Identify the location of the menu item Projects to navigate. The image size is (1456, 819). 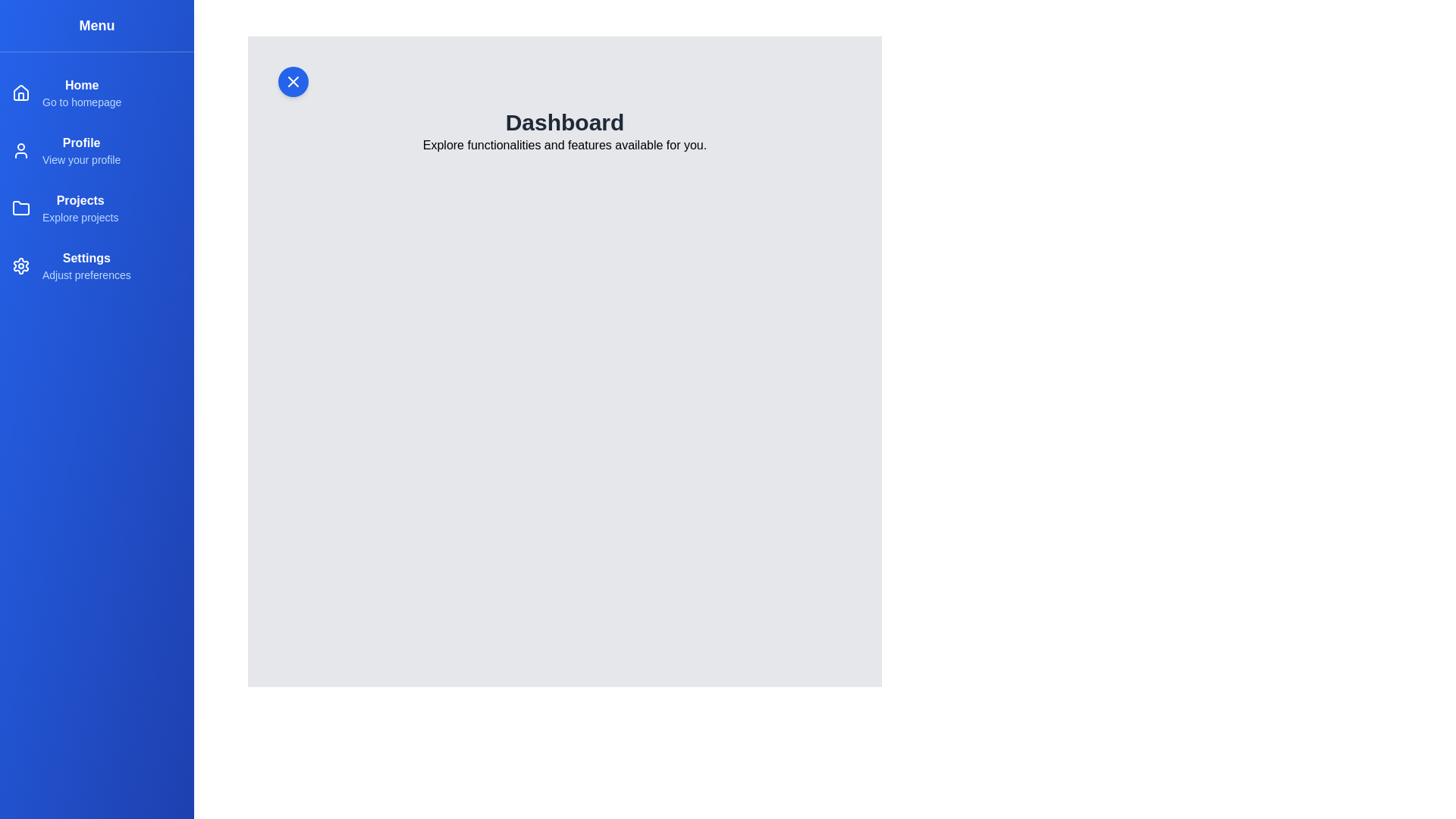
(80, 199).